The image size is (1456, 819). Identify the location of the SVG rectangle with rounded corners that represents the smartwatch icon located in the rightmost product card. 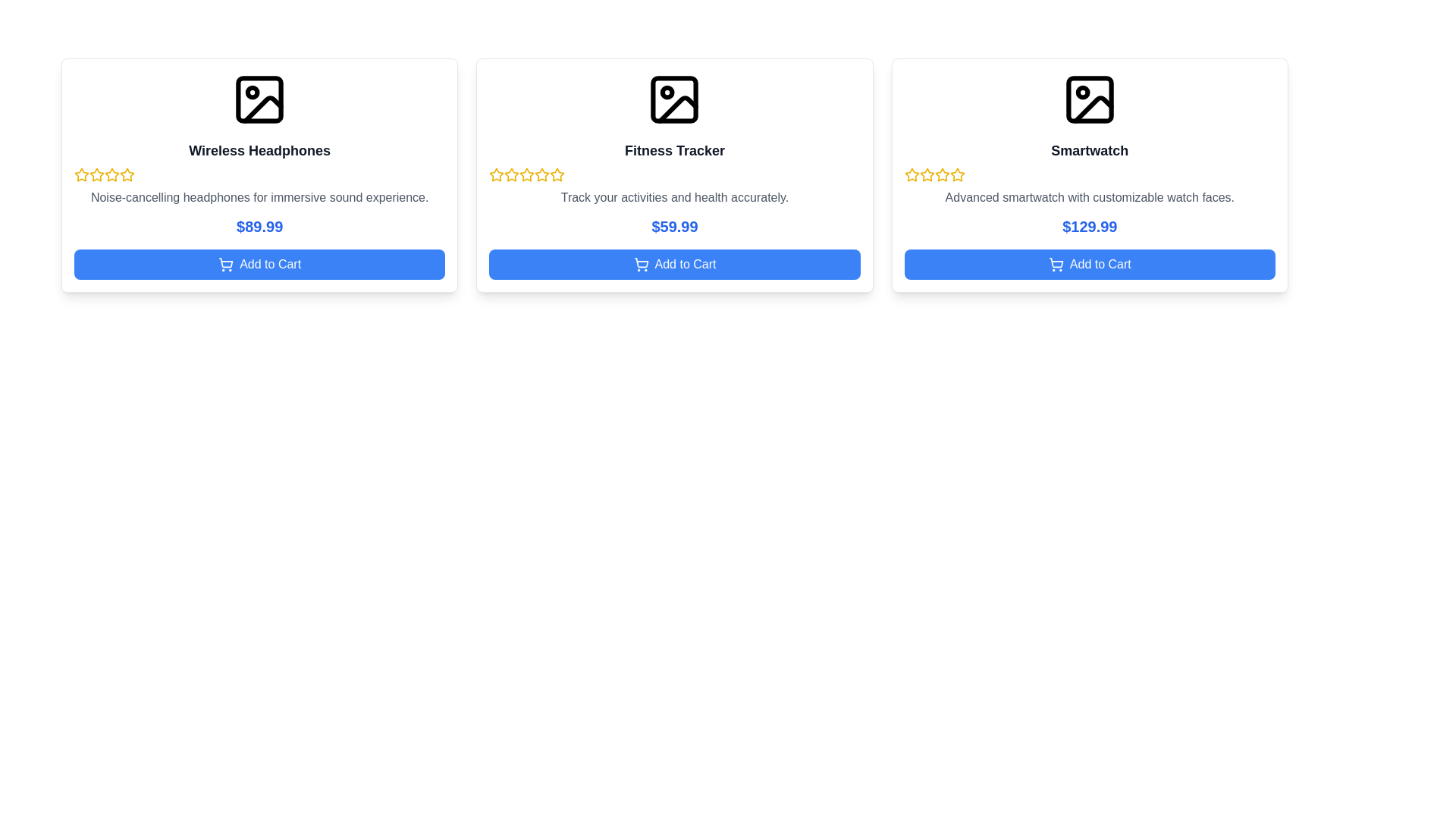
(1089, 99).